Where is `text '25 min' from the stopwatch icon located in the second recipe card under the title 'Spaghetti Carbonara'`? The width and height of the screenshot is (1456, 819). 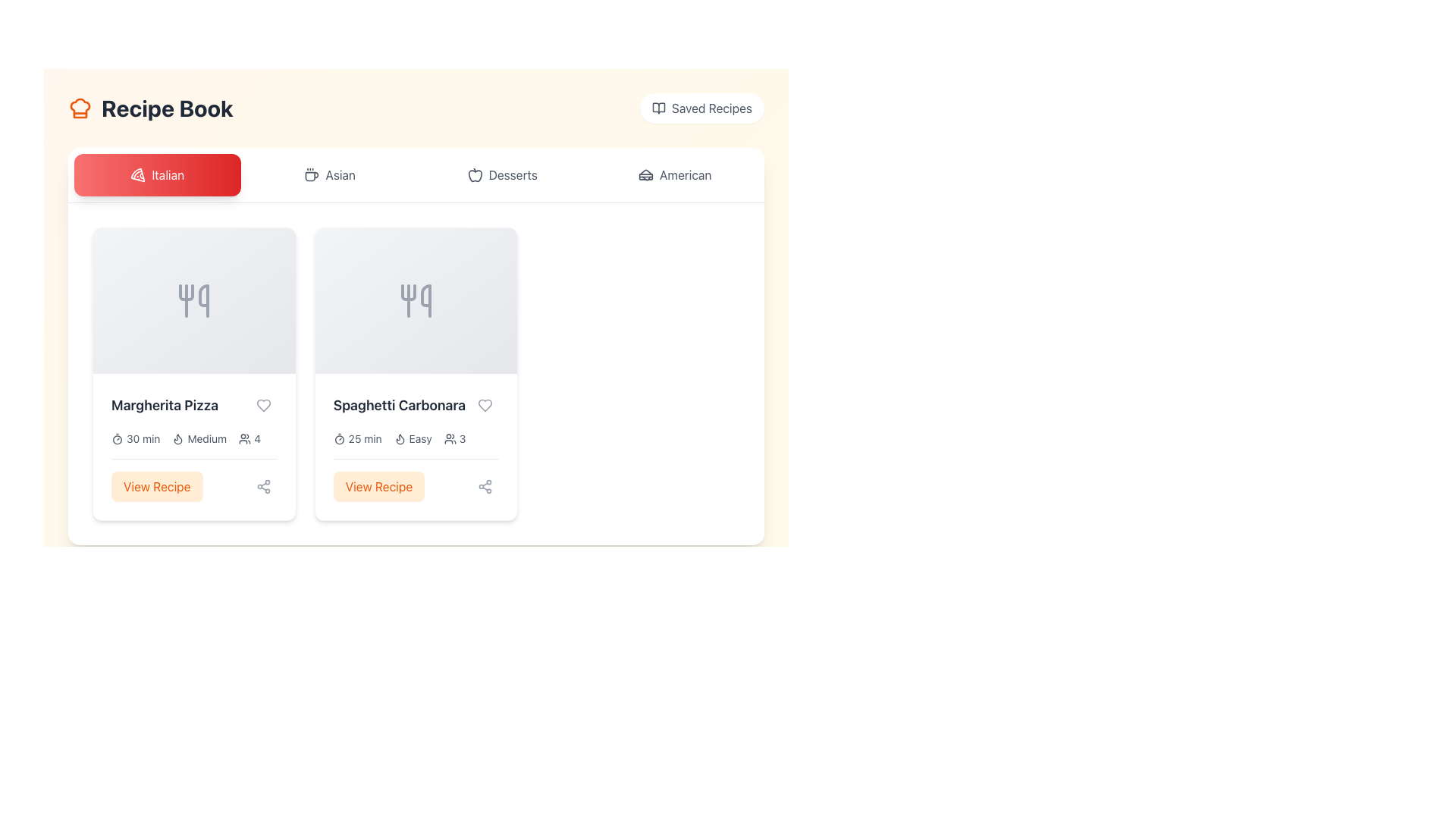 text '25 min' from the stopwatch icon located in the second recipe card under the title 'Spaghetti Carbonara' is located at coordinates (356, 438).